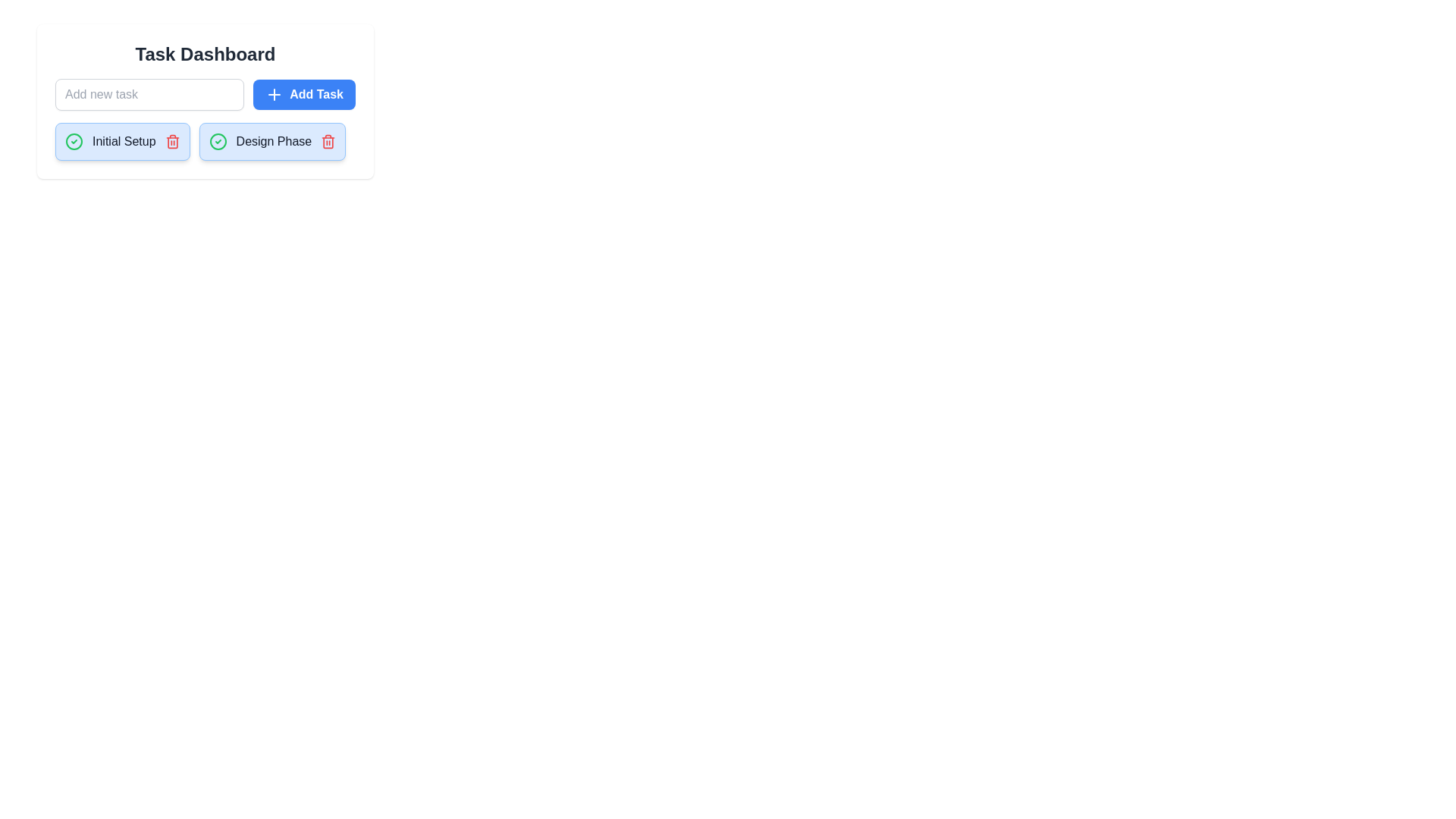  I want to click on the 'Add Task' button to add the task, so click(303, 94).